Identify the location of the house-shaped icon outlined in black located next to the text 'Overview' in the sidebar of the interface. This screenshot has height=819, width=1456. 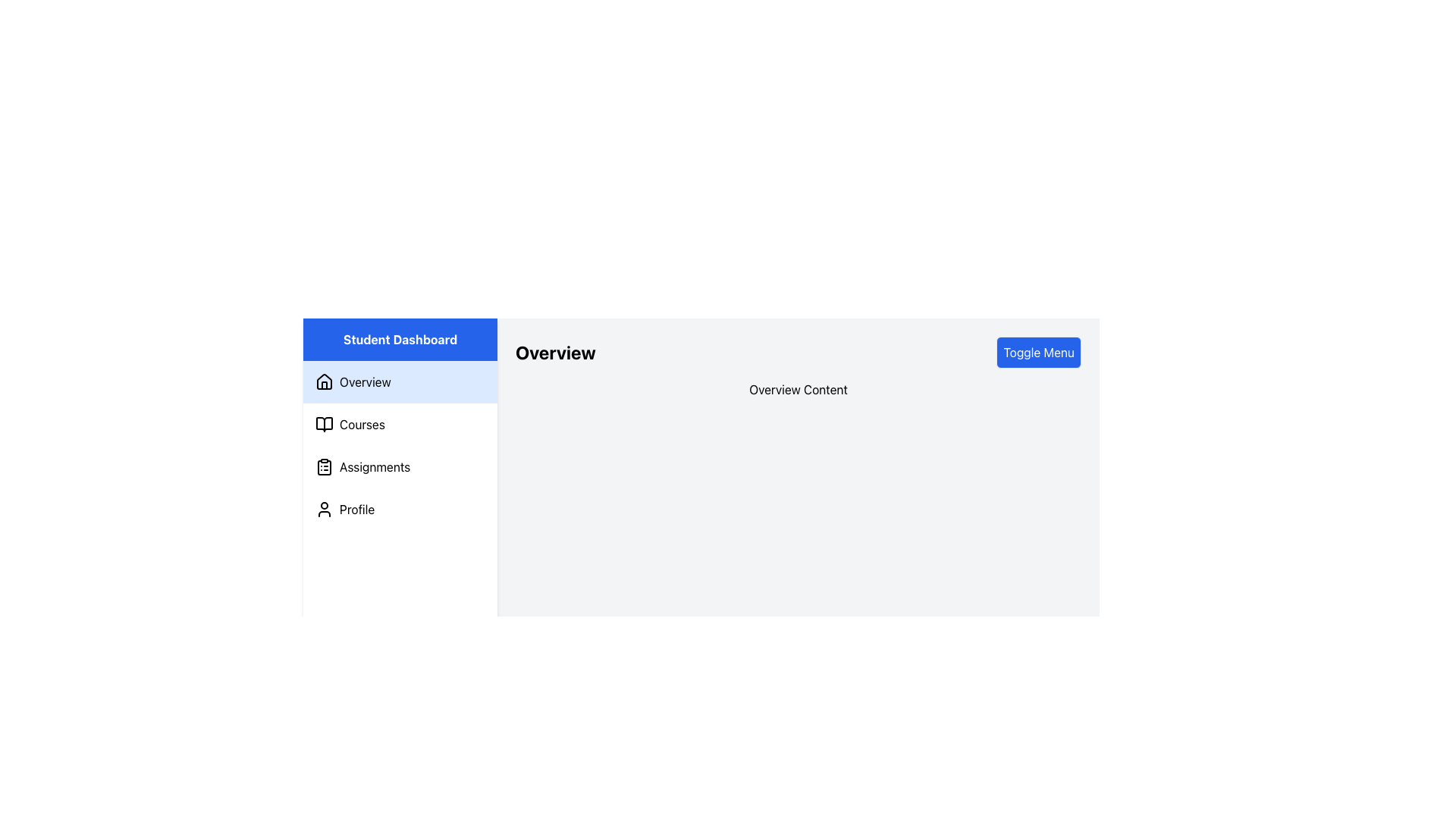
(323, 381).